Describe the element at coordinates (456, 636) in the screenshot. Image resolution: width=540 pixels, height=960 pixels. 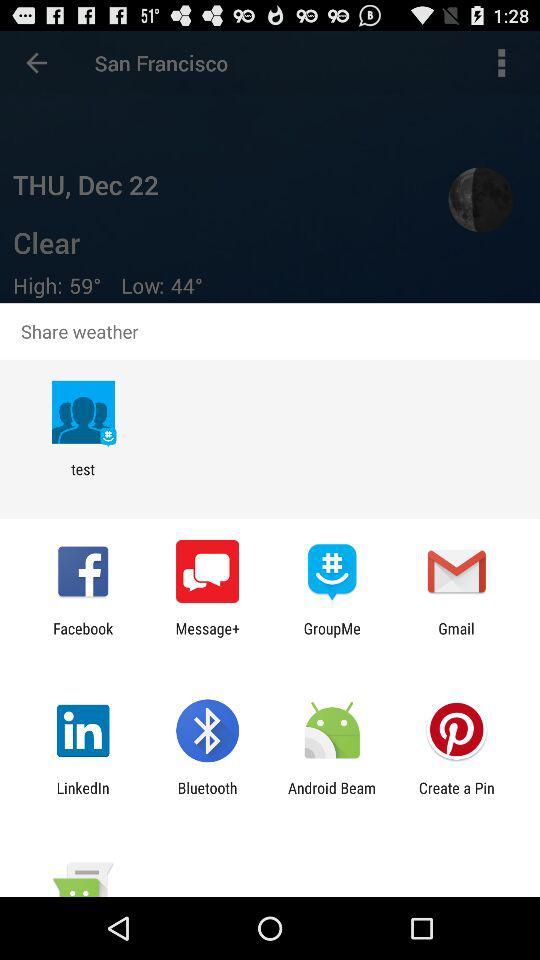
I see `the gmail item` at that location.